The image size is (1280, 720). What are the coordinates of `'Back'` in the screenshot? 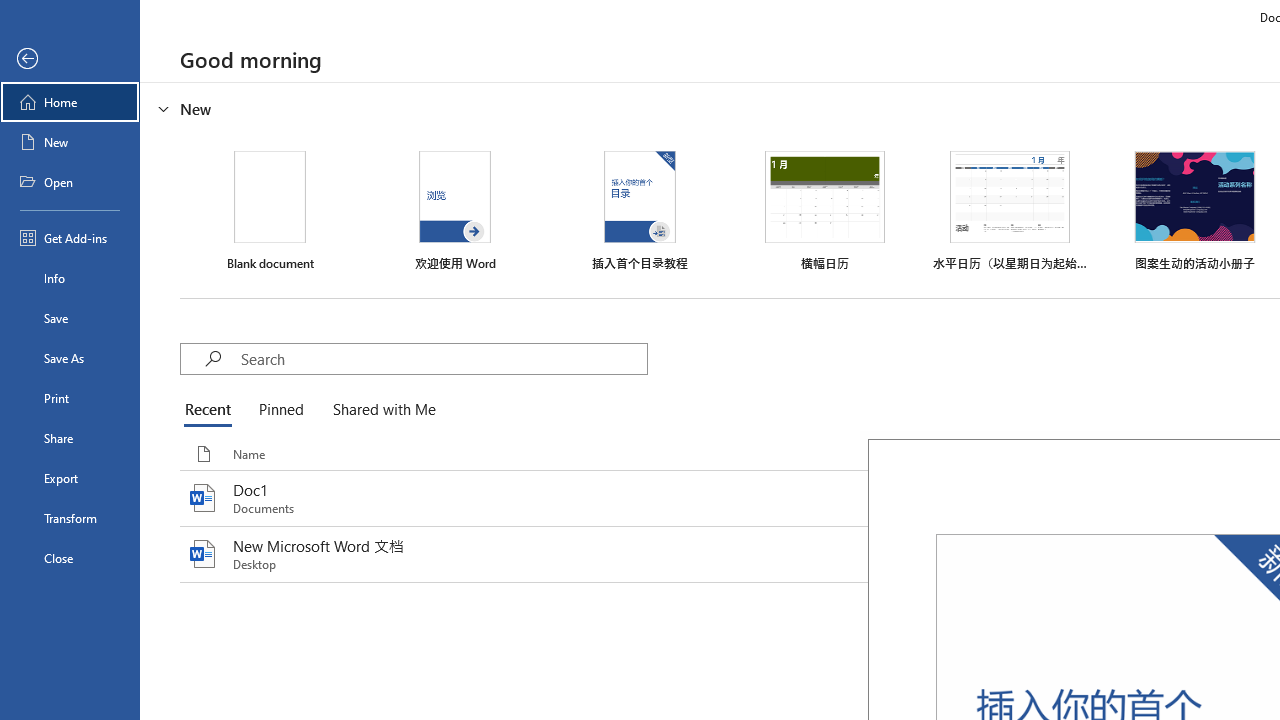 It's located at (69, 58).